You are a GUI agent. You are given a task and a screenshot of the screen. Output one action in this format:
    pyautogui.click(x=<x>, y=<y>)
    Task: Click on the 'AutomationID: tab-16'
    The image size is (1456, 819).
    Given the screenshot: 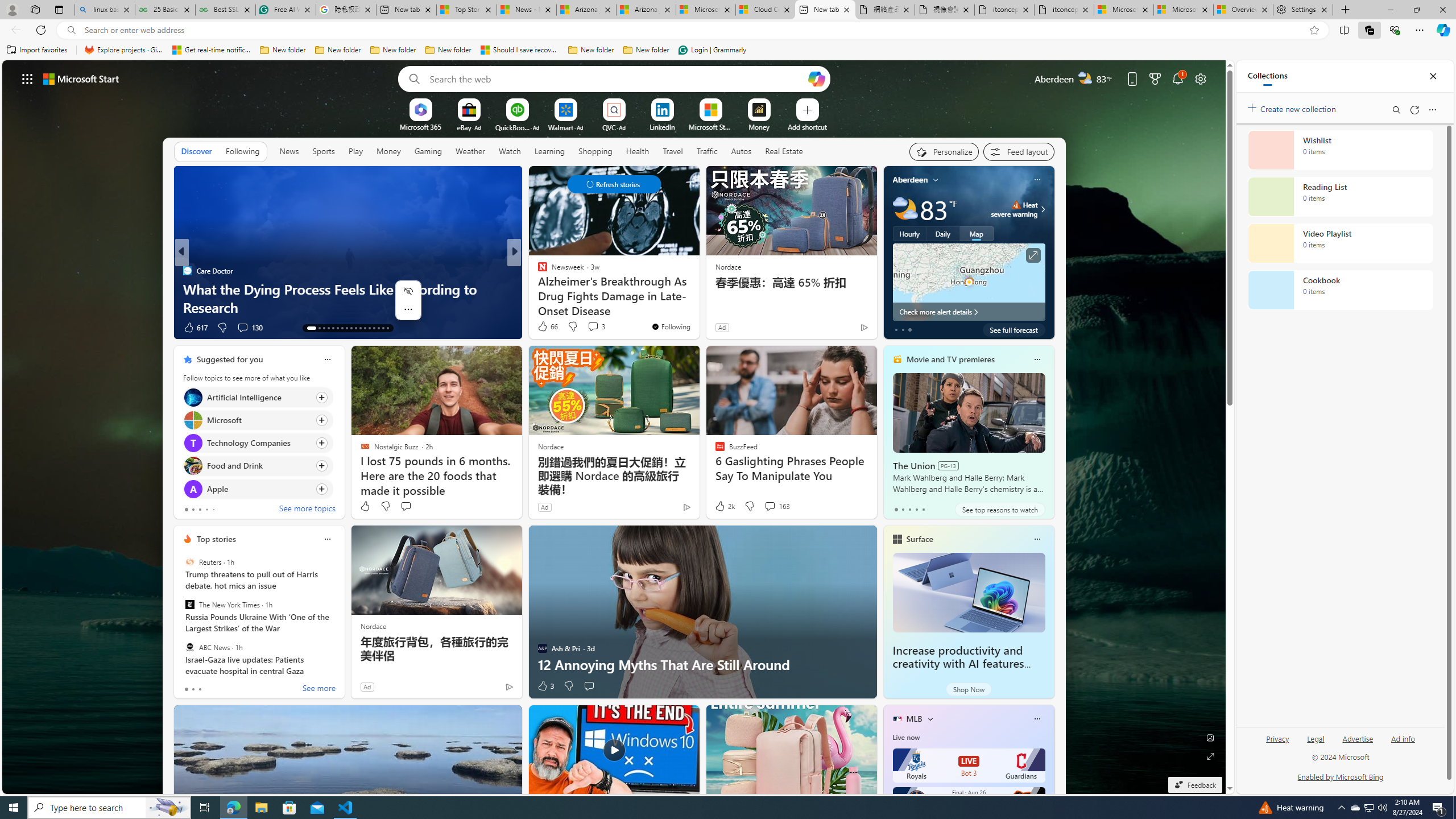 What is the action you would take?
    pyautogui.click(x=328, y=328)
    